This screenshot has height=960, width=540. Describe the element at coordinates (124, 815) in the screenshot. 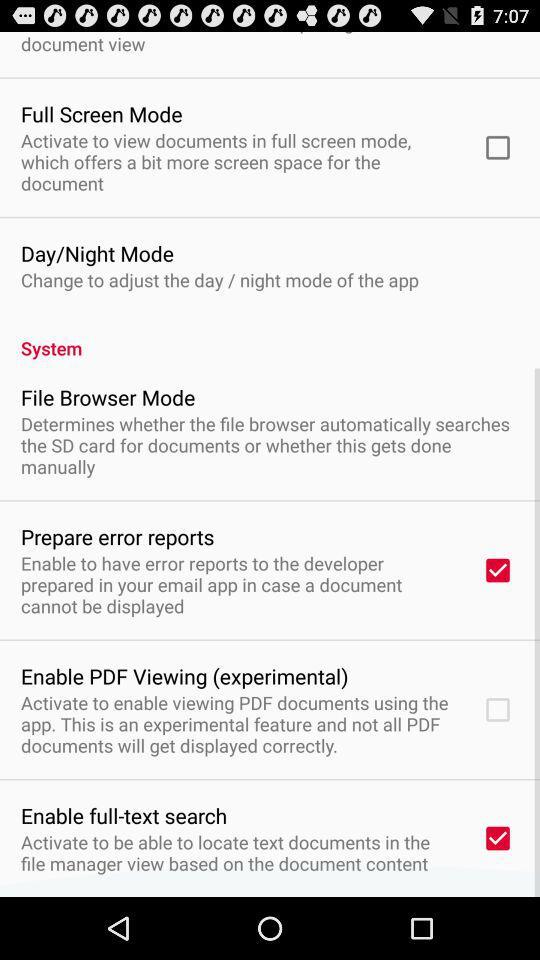

I see `app below activate to enable app` at that location.